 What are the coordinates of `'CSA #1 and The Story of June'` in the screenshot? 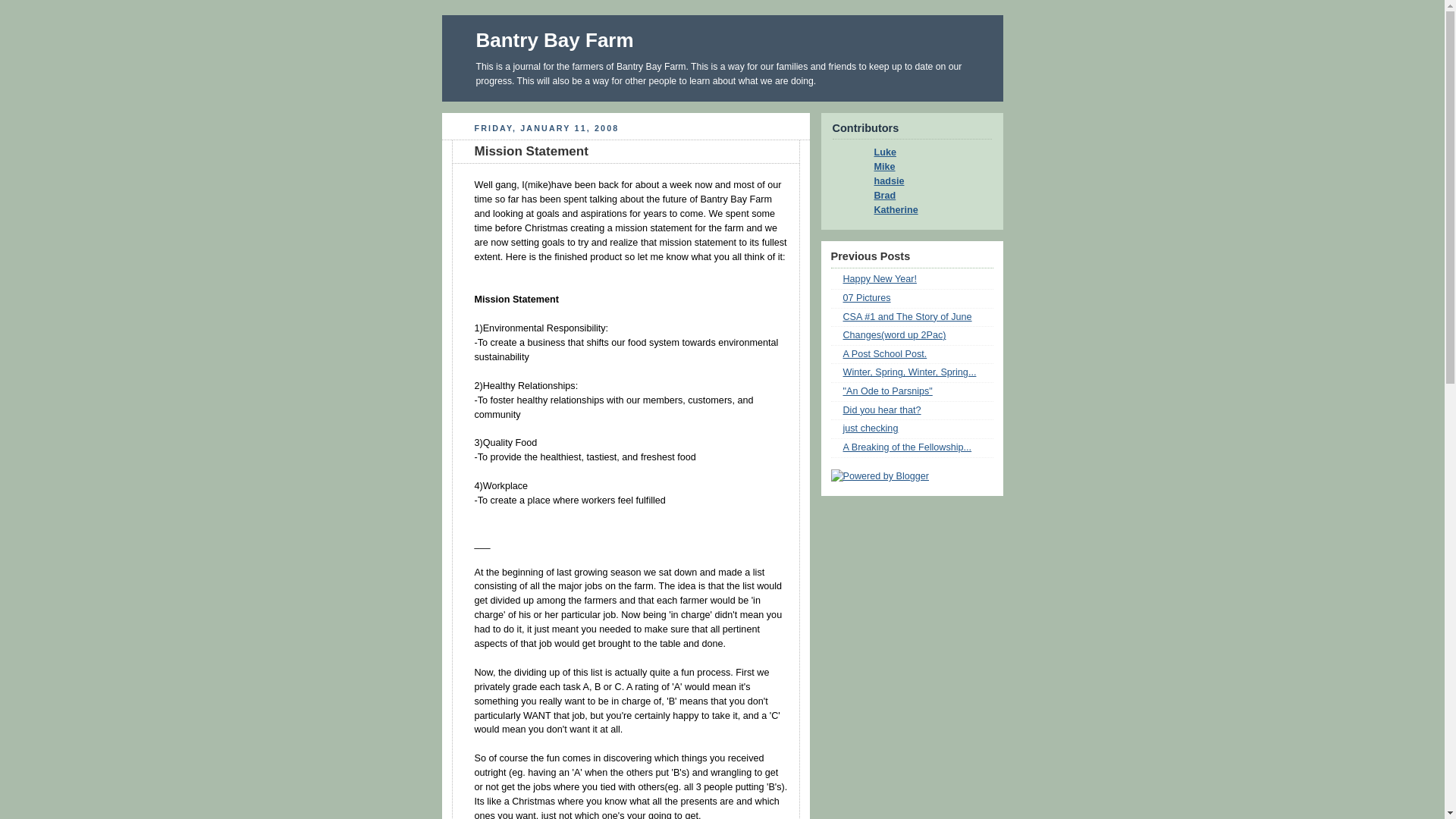 It's located at (907, 315).